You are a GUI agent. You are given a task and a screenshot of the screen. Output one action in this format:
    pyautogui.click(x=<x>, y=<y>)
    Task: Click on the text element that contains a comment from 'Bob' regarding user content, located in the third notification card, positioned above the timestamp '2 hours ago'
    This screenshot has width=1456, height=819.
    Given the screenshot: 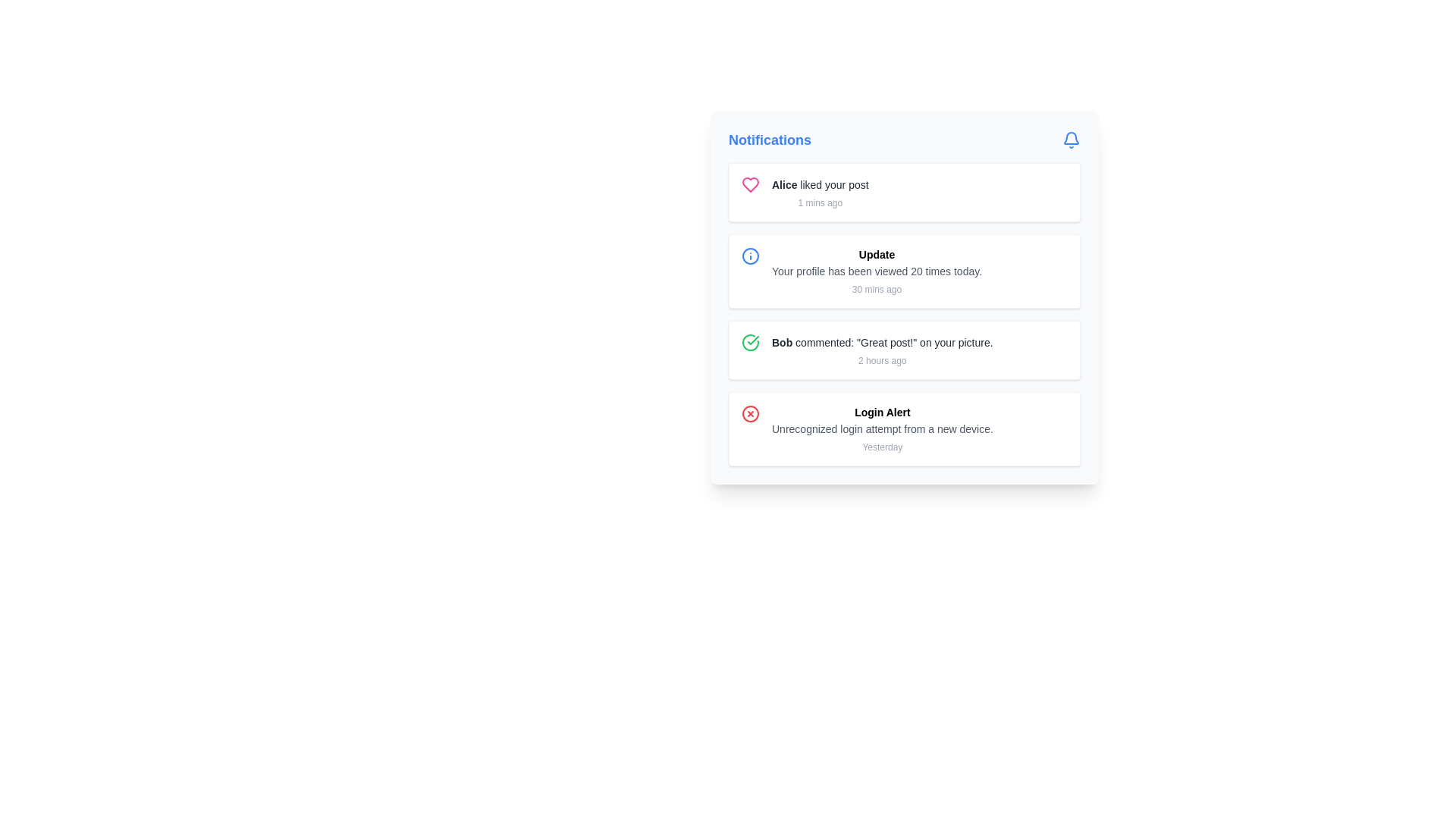 What is the action you would take?
    pyautogui.click(x=882, y=342)
    